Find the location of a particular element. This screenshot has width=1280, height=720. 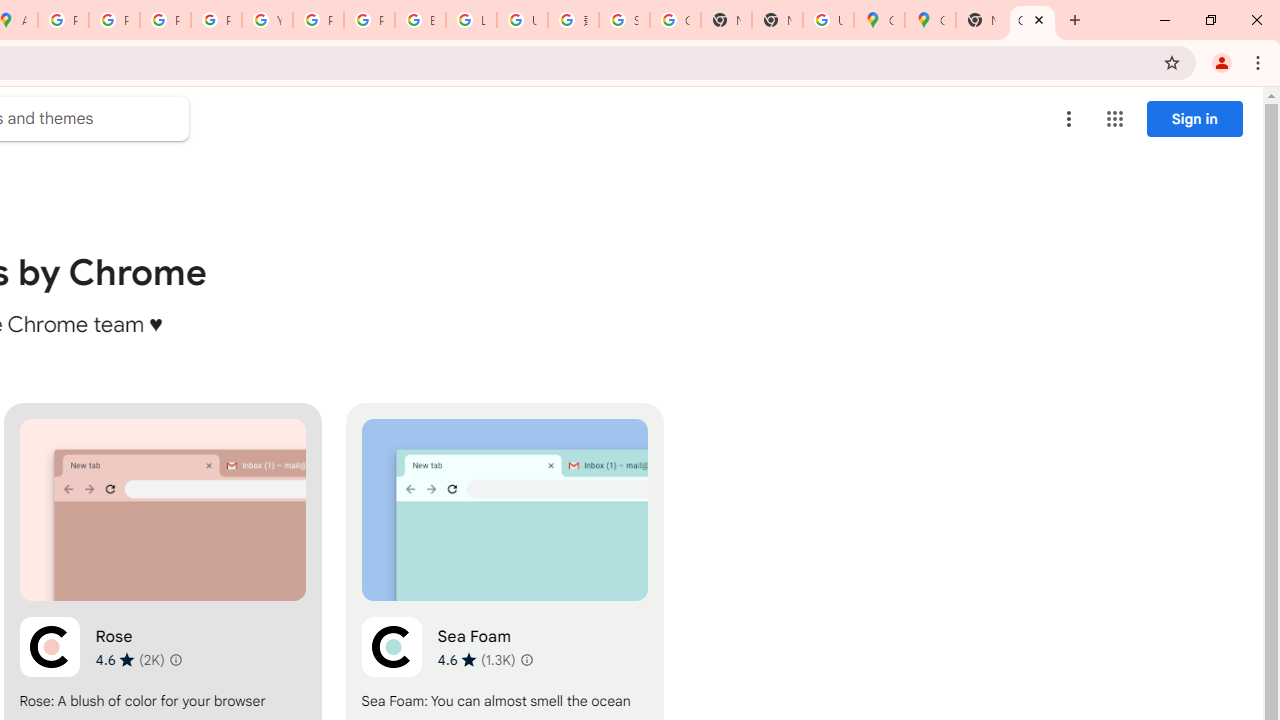

'Google Maps' is located at coordinates (929, 20).